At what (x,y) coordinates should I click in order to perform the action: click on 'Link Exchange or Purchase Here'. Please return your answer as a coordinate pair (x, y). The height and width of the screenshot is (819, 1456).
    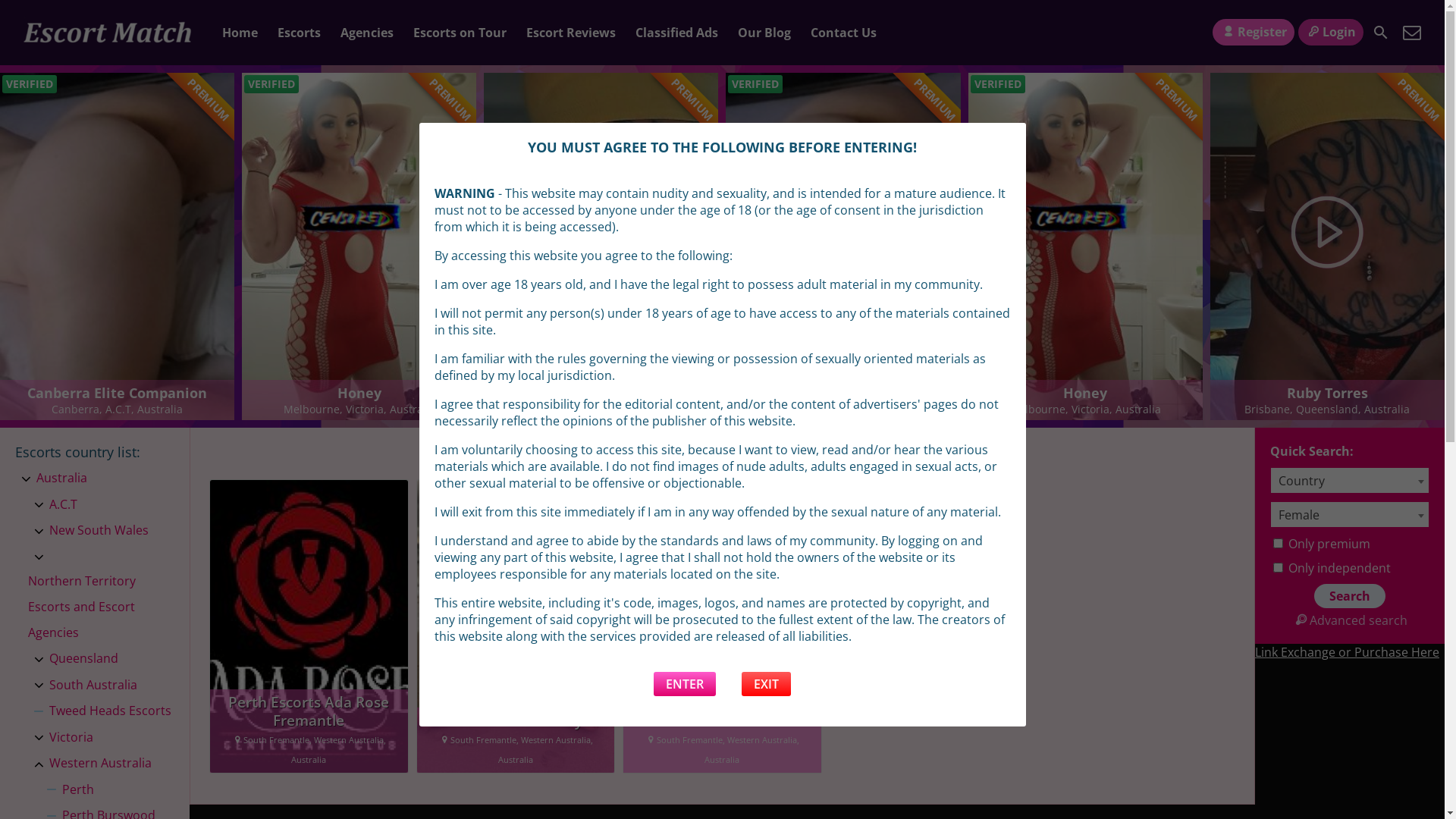
    Looking at the image, I should click on (1255, 651).